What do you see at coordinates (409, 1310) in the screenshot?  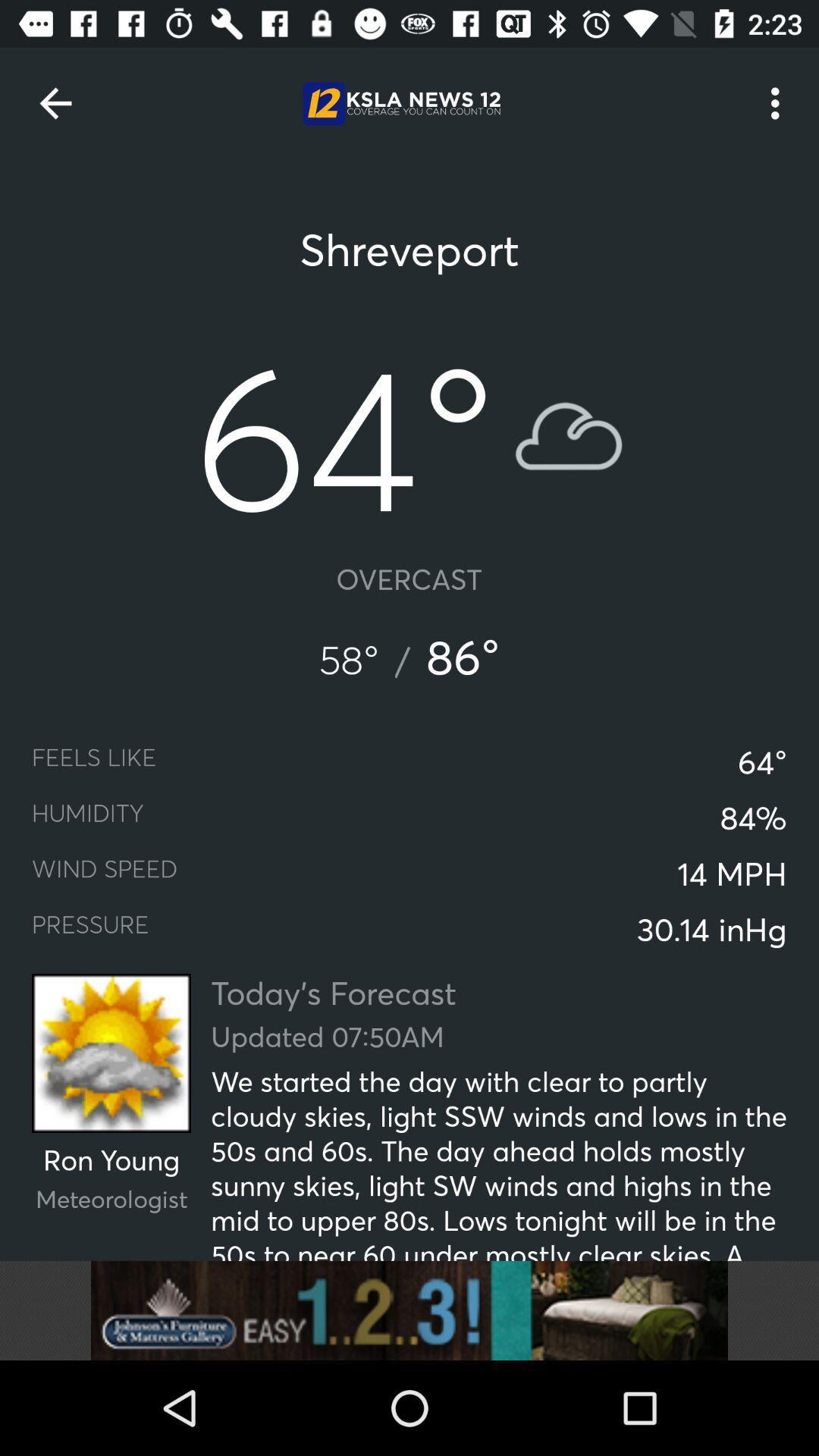 I see `advertisement page` at bounding box center [409, 1310].